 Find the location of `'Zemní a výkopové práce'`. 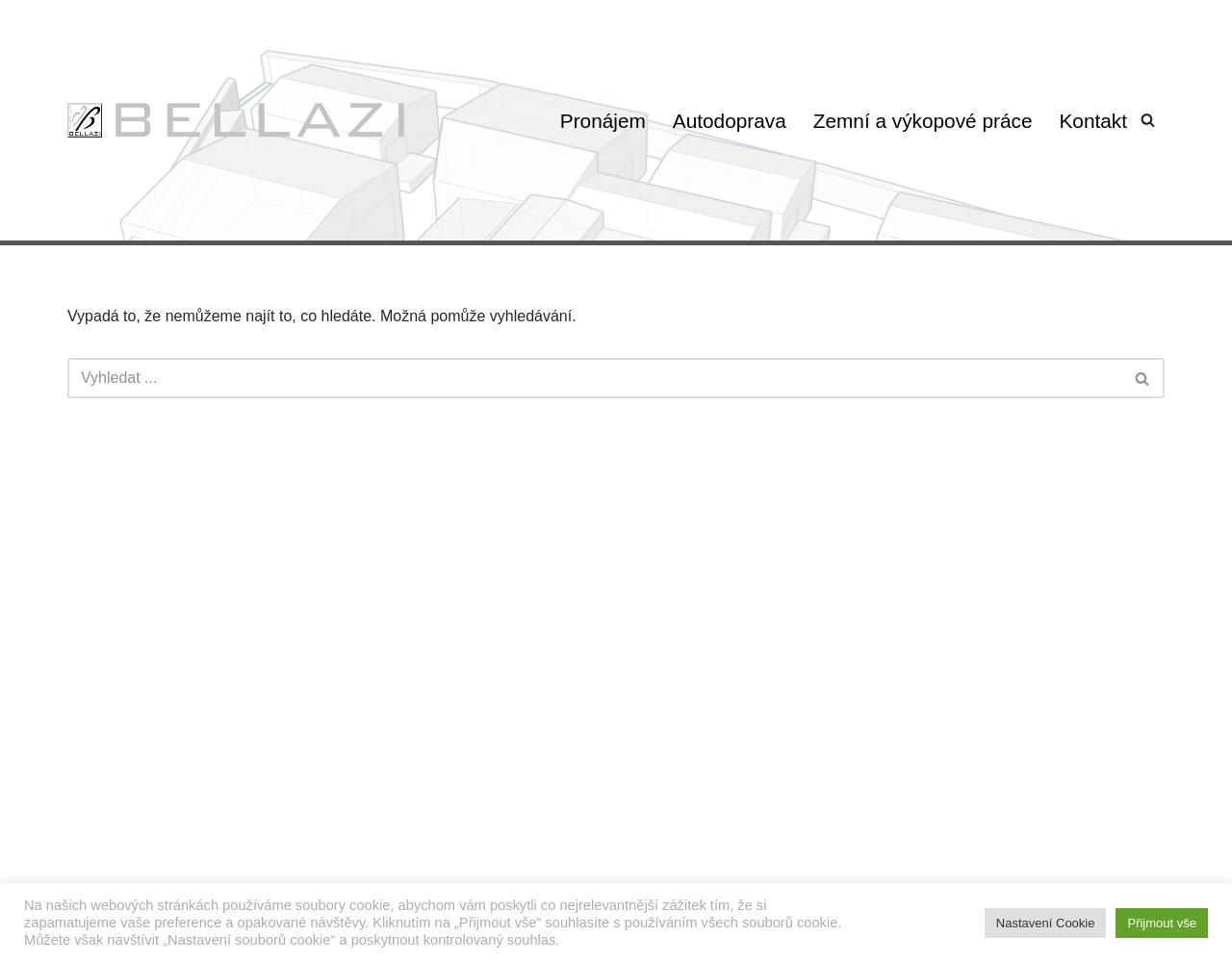

'Zemní a výkopové práce' is located at coordinates (920, 118).